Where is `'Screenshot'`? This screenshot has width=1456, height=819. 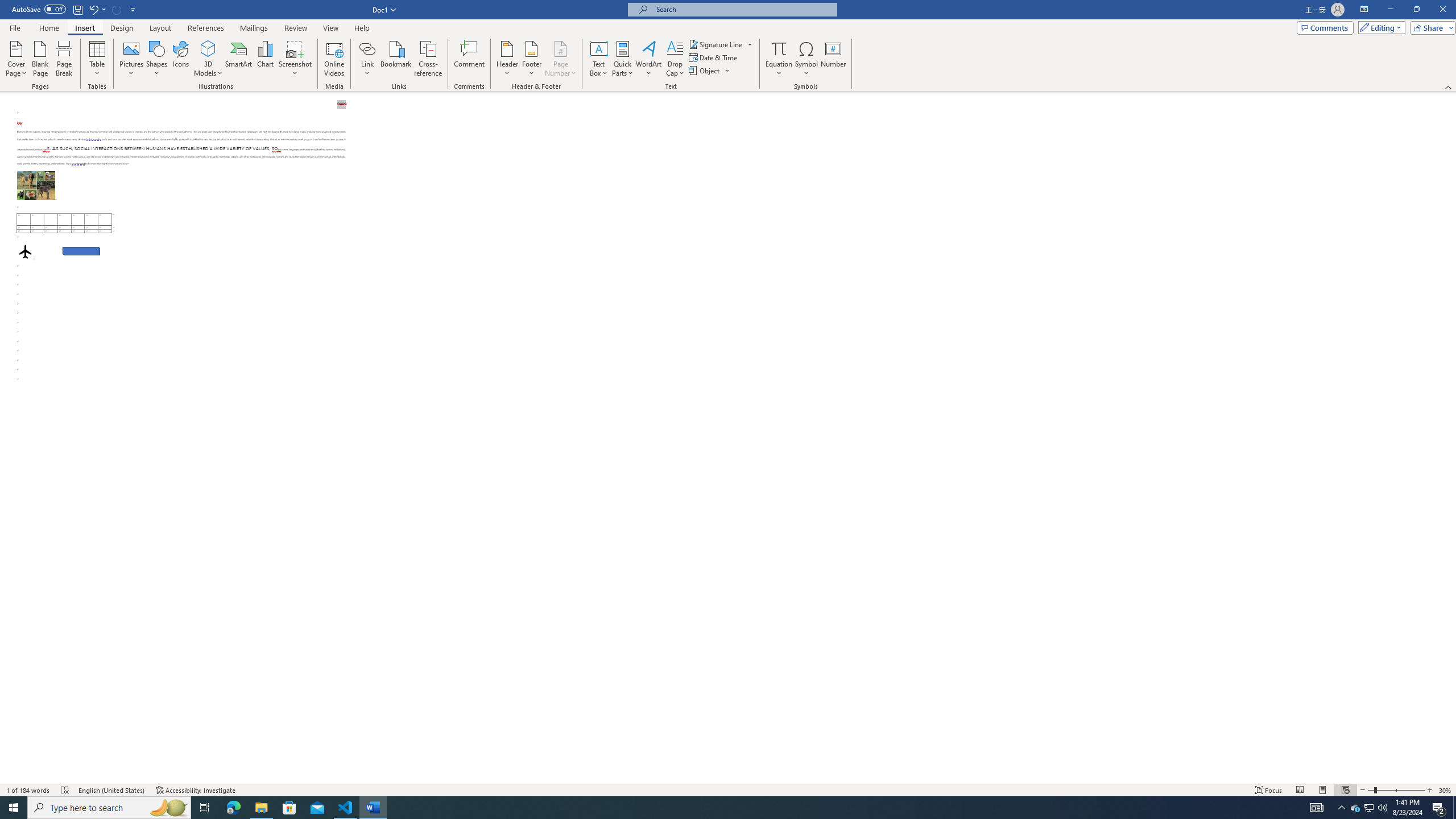
'Screenshot' is located at coordinates (295, 59).